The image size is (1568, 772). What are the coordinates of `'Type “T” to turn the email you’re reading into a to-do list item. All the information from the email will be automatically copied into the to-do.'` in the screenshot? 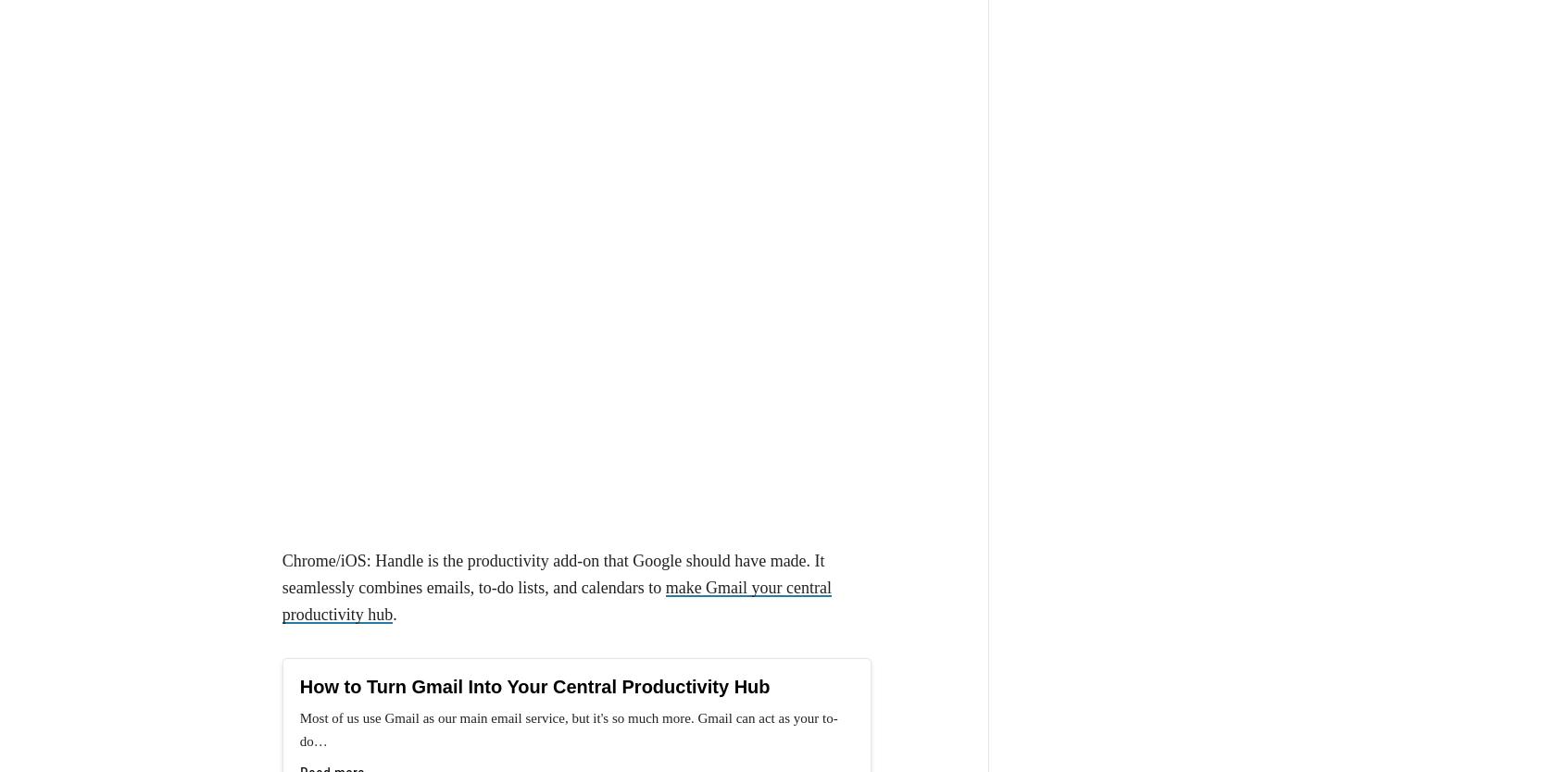 It's located at (591, 612).